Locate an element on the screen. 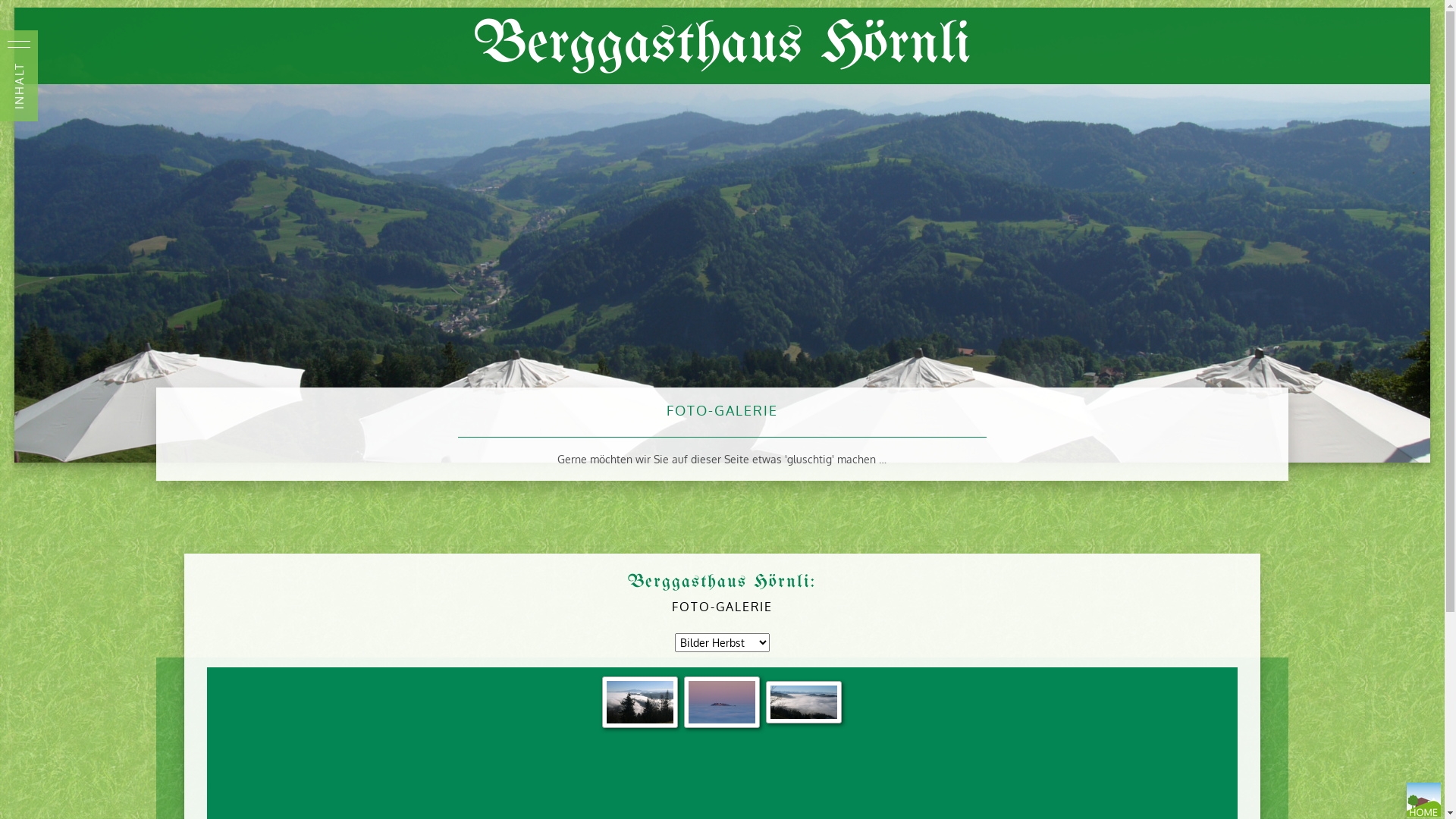  'Bild gross ansehen' is located at coordinates (803, 701).